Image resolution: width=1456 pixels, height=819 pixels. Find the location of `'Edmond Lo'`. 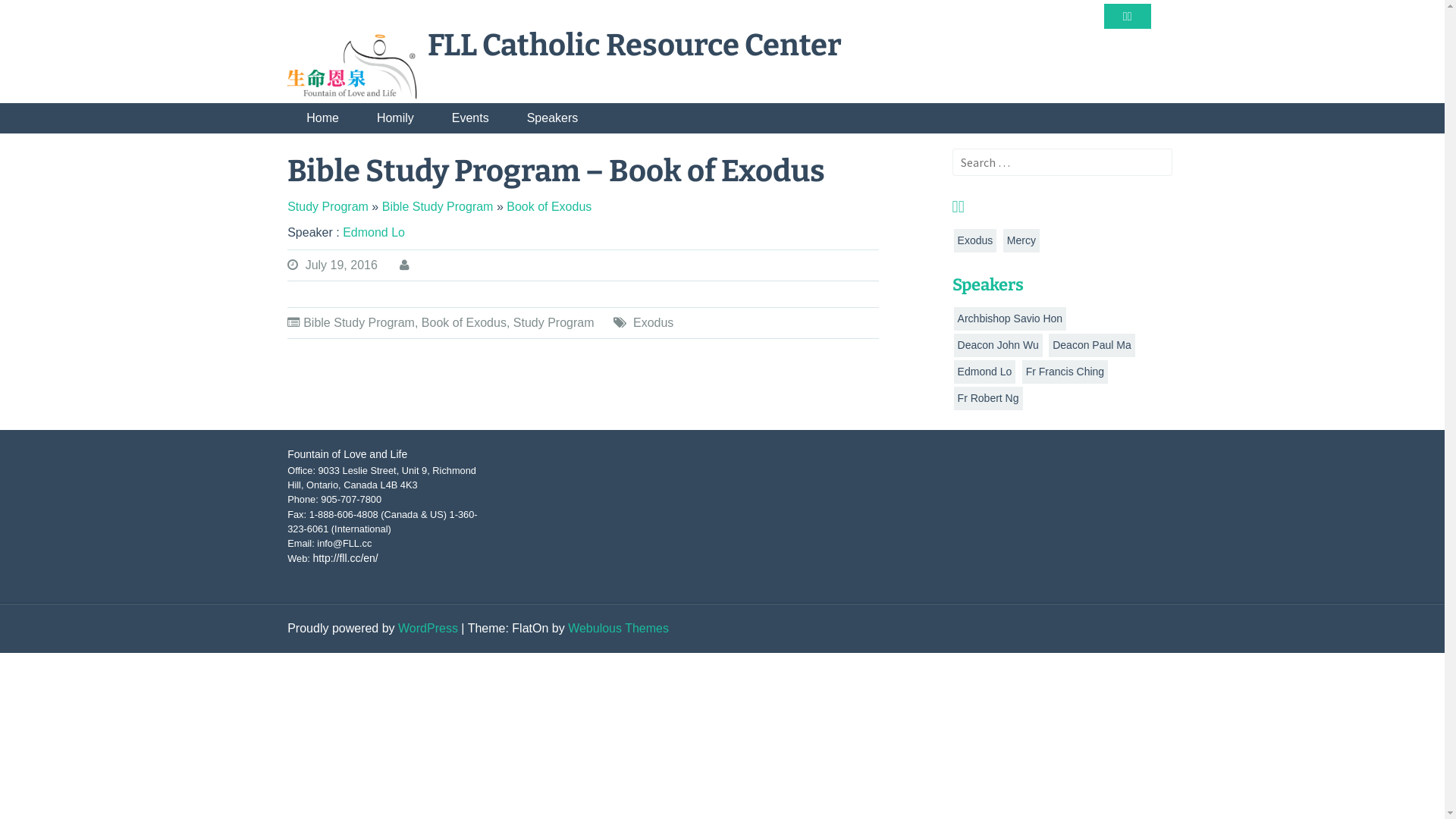

'Edmond Lo' is located at coordinates (374, 232).